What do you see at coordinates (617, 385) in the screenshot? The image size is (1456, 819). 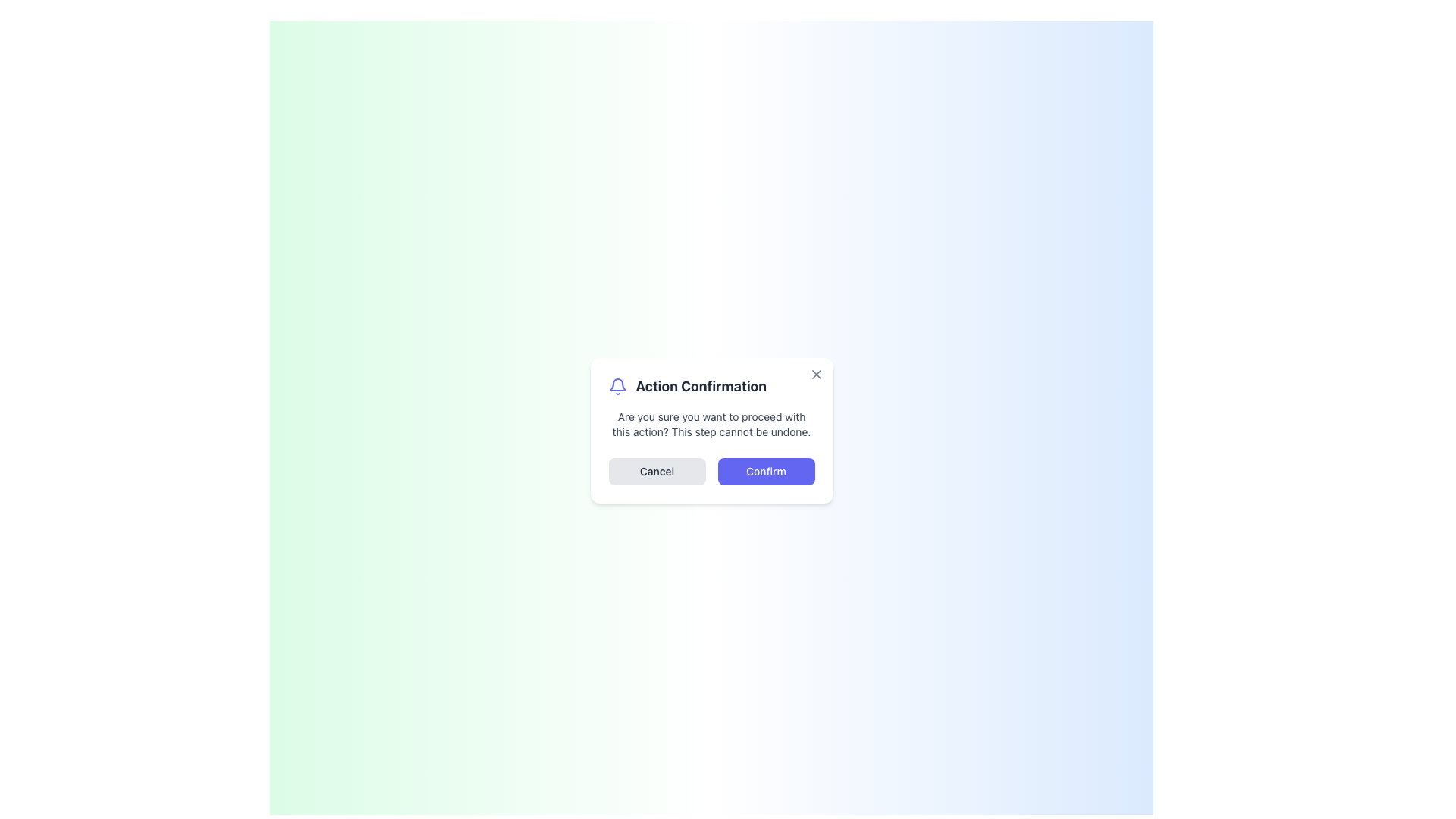 I see `the notification icon (SVG image) located to the left of the 'Action Confirmation' text at the top of the modal` at bounding box center [617, 385].